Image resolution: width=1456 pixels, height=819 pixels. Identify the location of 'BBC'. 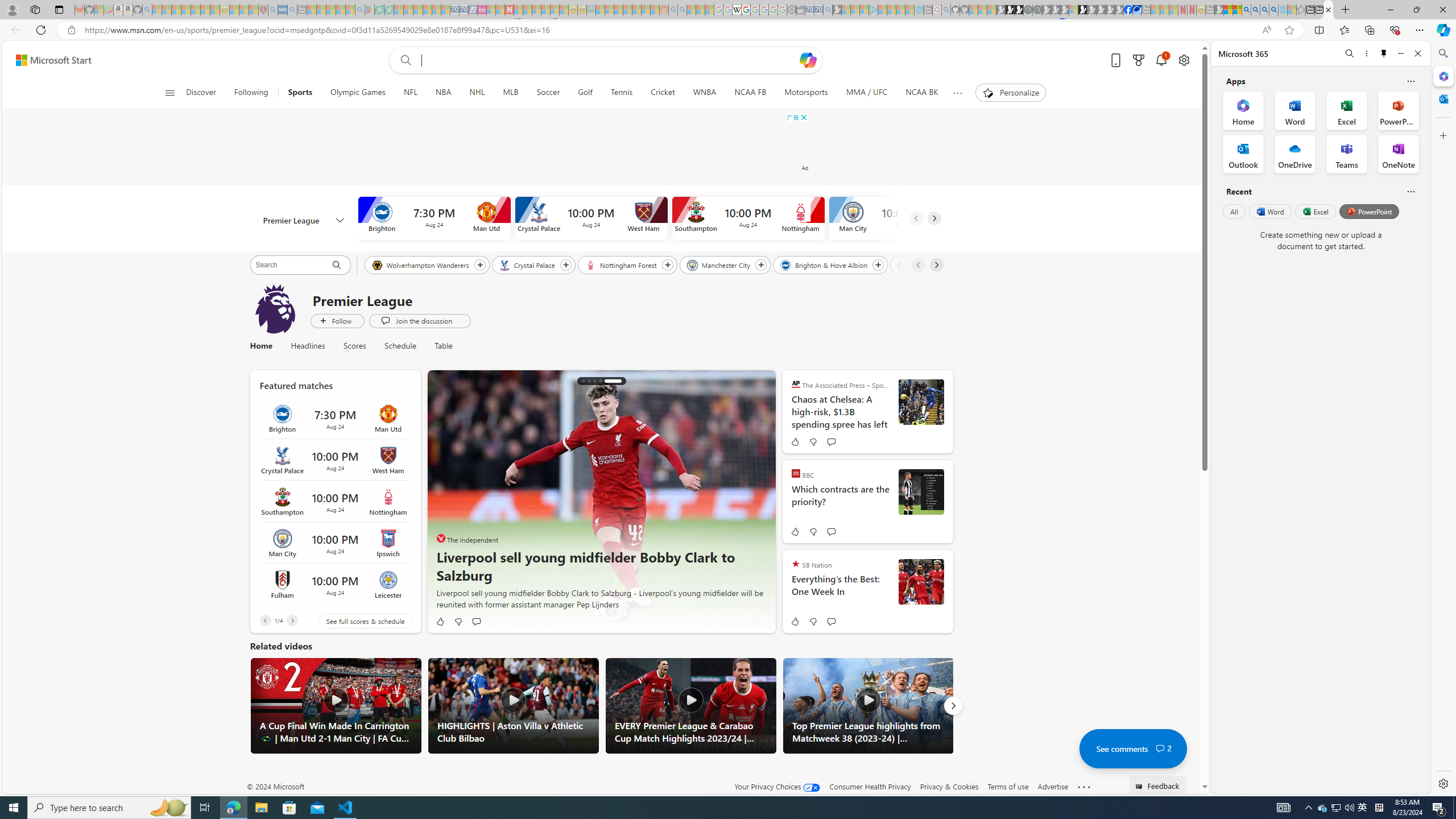
(795, 473).